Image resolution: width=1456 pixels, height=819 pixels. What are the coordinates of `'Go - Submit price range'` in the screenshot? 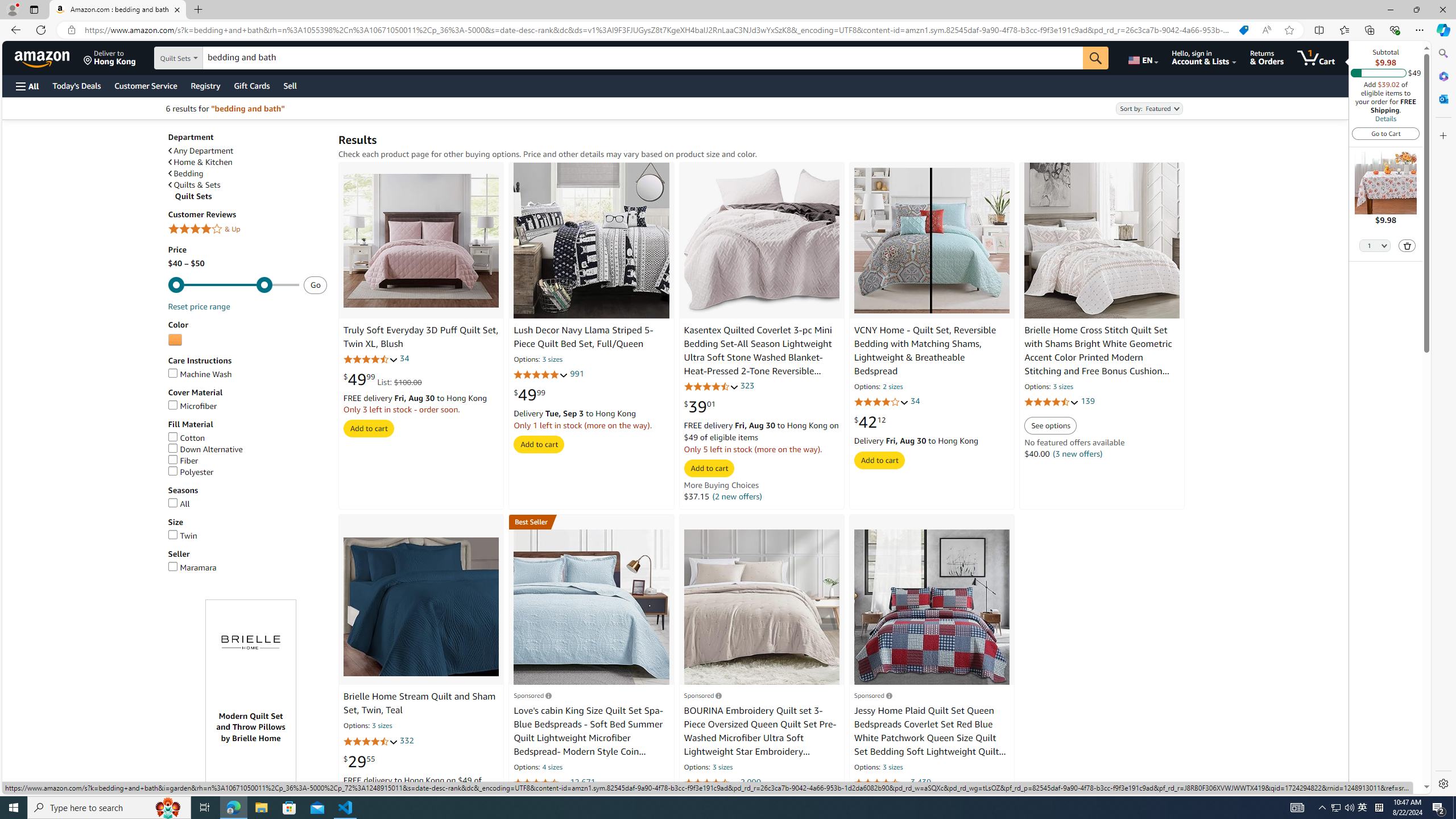 It's located at (315, 285).